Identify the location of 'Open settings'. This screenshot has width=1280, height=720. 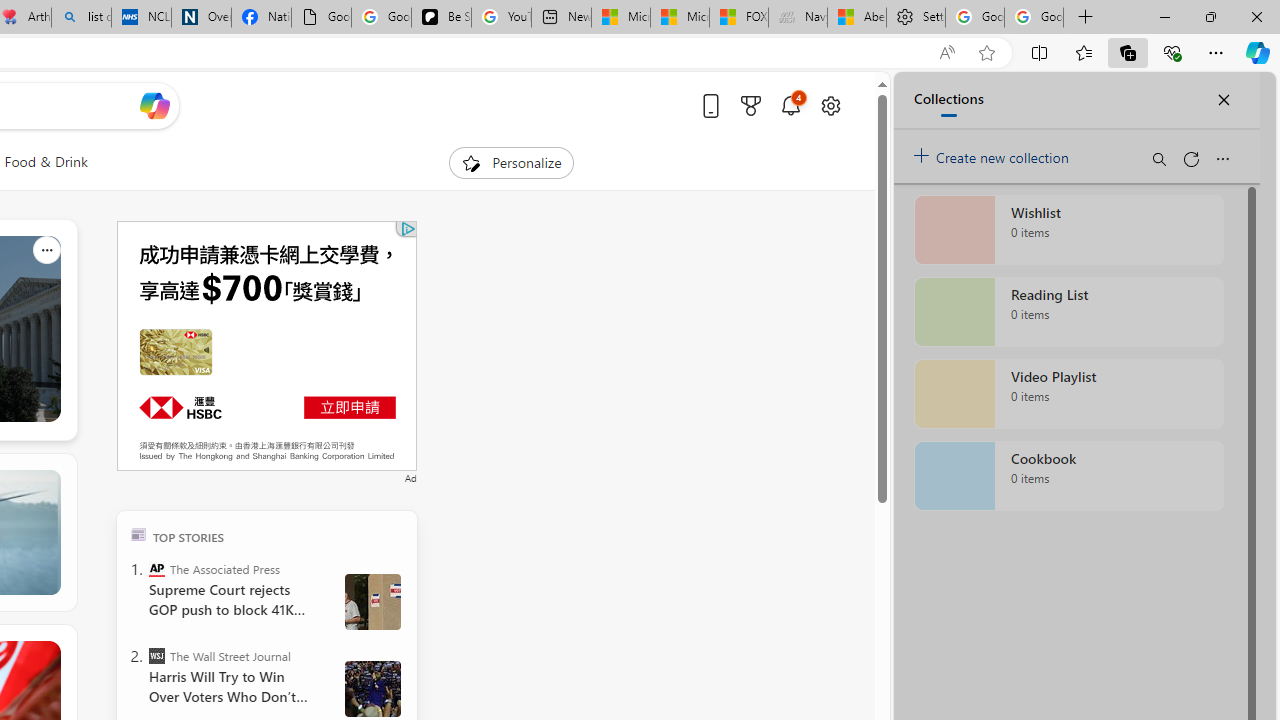
(830, 105).